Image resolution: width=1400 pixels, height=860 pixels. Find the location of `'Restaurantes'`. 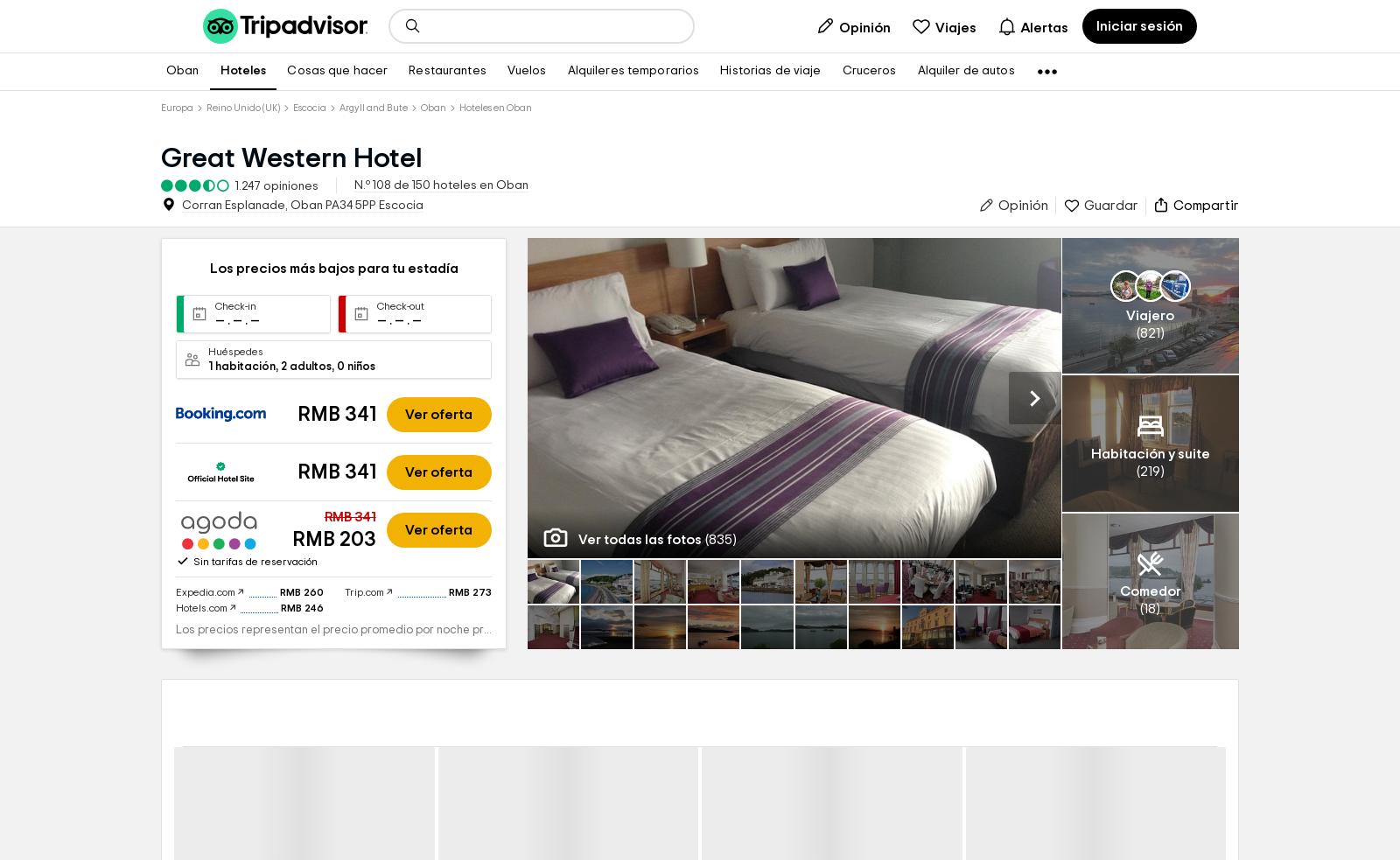

'Restaurantes' is located at coordinates (446, 69).